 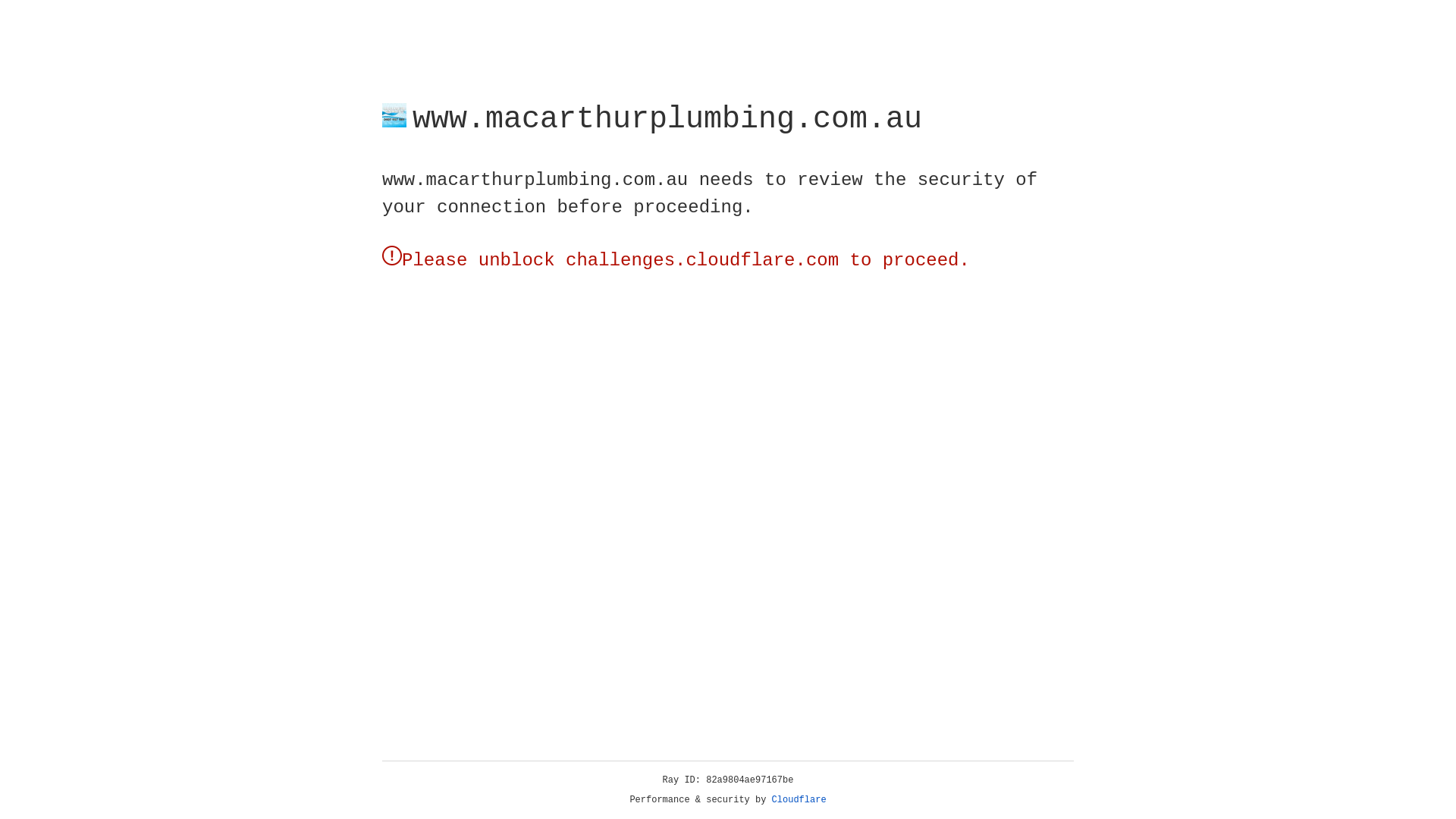 What do you see at coordinates (799, 799) in the screenshot?
I see `'Cloudflare'` at bounding box center [799, 799].